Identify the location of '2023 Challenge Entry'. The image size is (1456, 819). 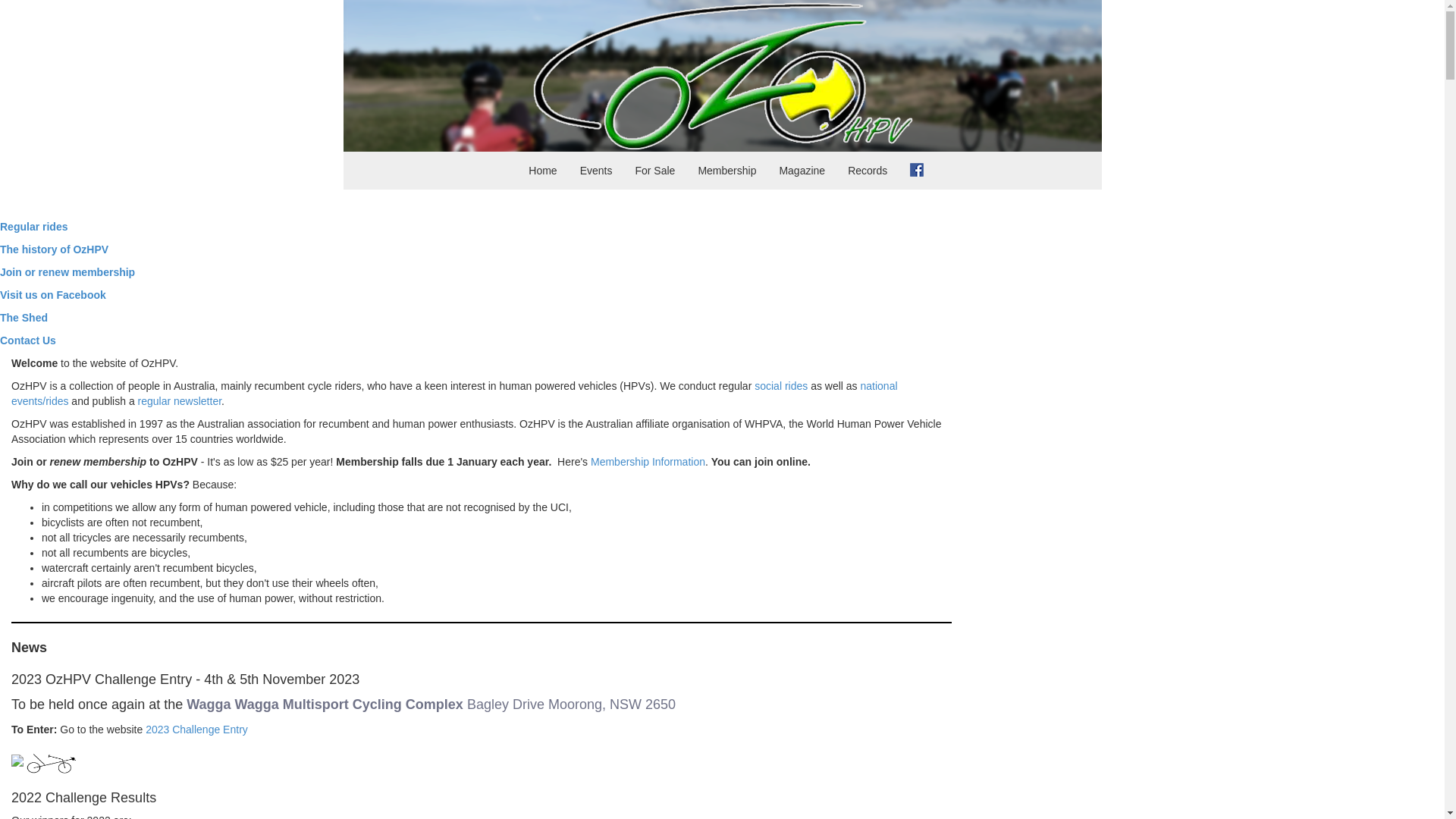
(196, 728).